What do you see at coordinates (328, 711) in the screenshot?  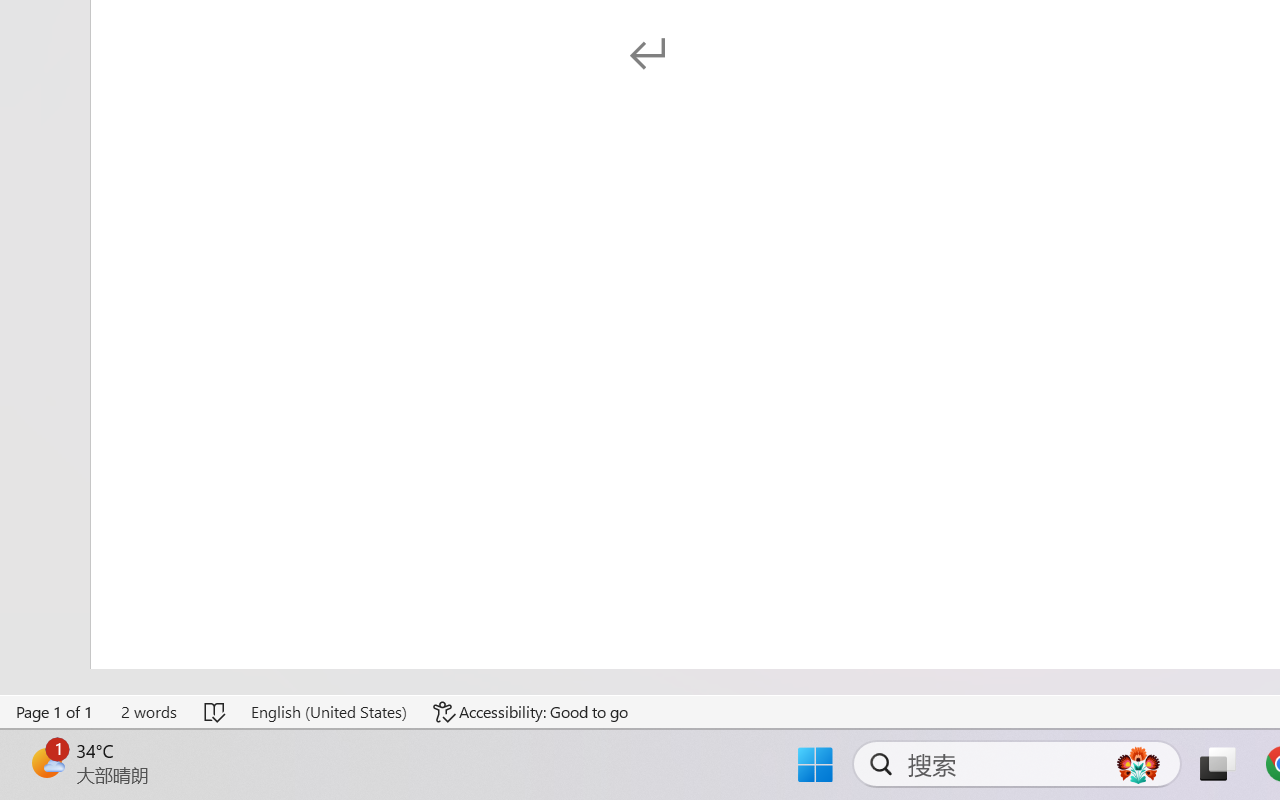 I see `'Language English (United States)'` at bounding box center [328, 711].